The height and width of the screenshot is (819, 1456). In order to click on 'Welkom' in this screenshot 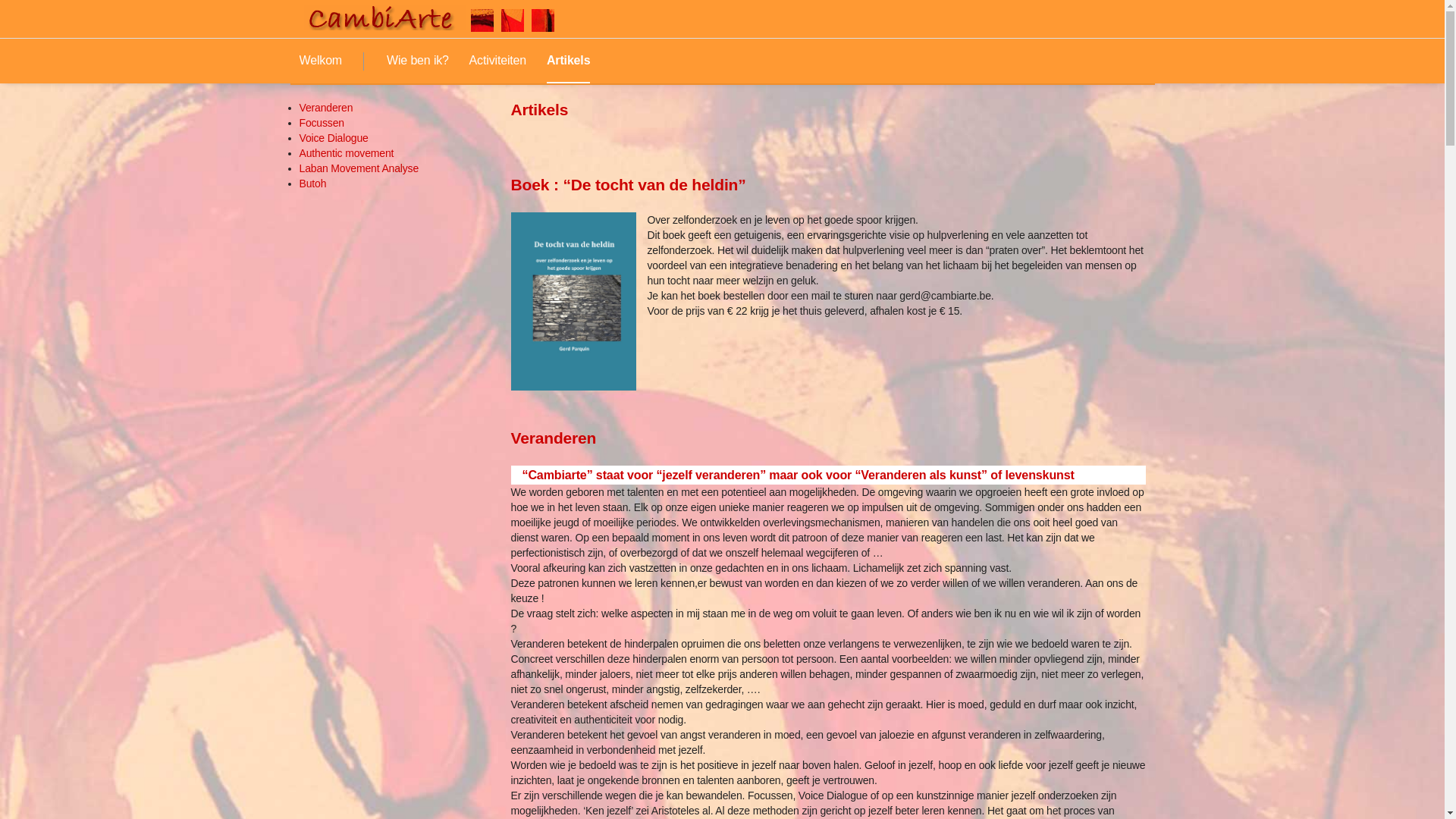, I will do `click(319, 60)`.